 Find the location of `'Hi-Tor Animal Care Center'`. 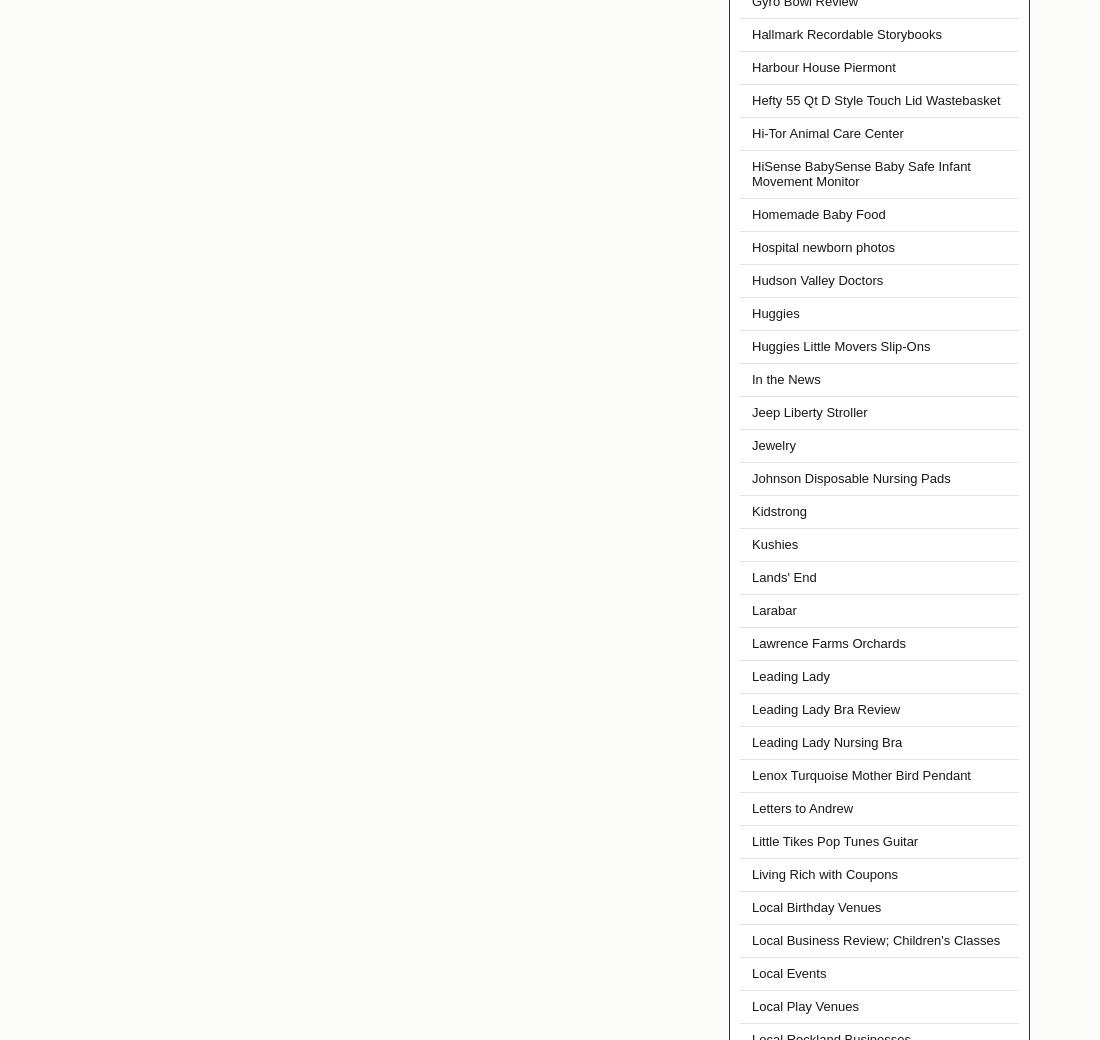

'Hi-Tor Animal Care Center' is located at coordinates (826, 133).